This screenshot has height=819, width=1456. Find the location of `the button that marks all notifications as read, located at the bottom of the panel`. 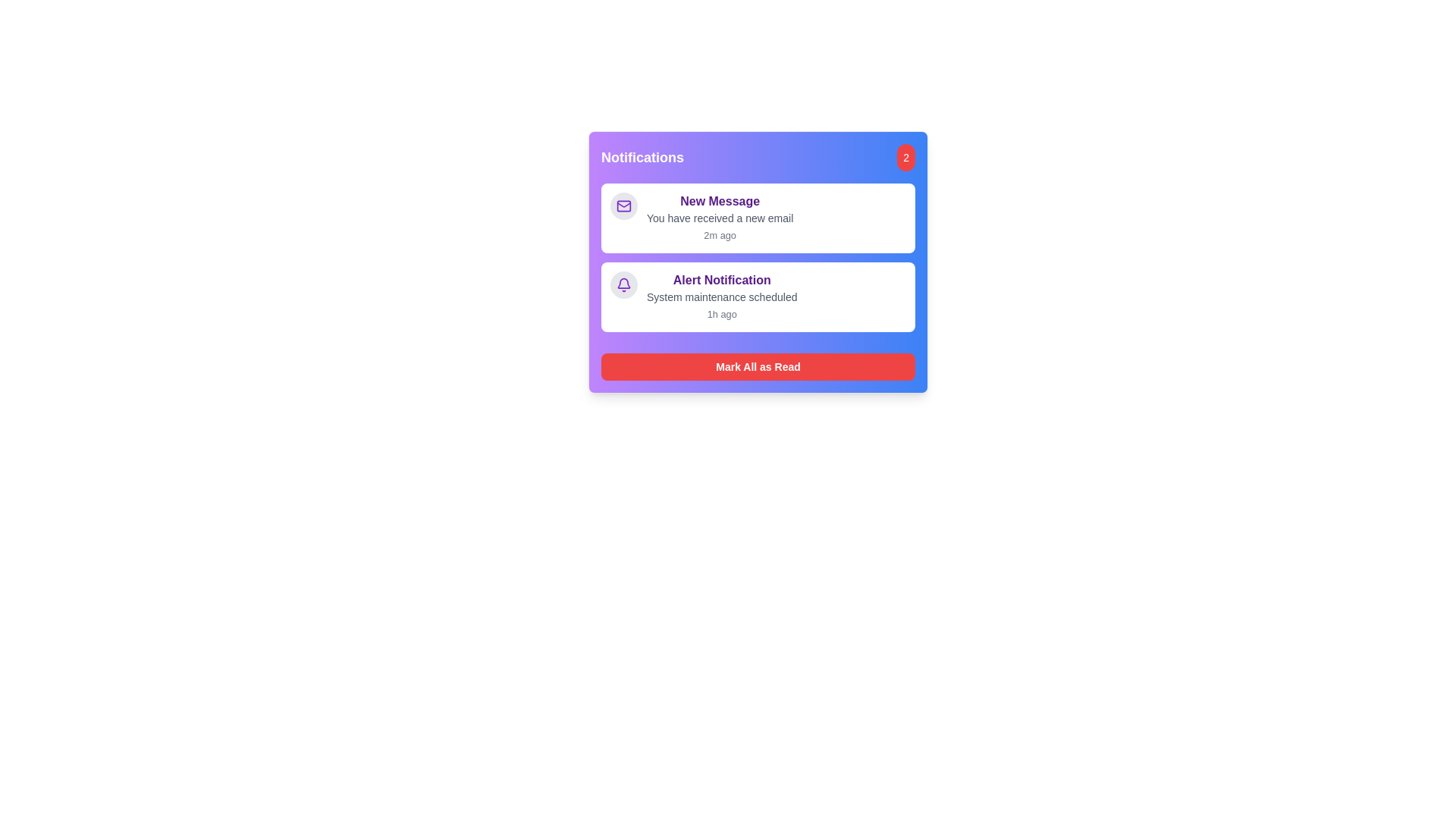

the button that marks all notifications as read, located at the bottom of the panel is located at coordinates (758, 366).